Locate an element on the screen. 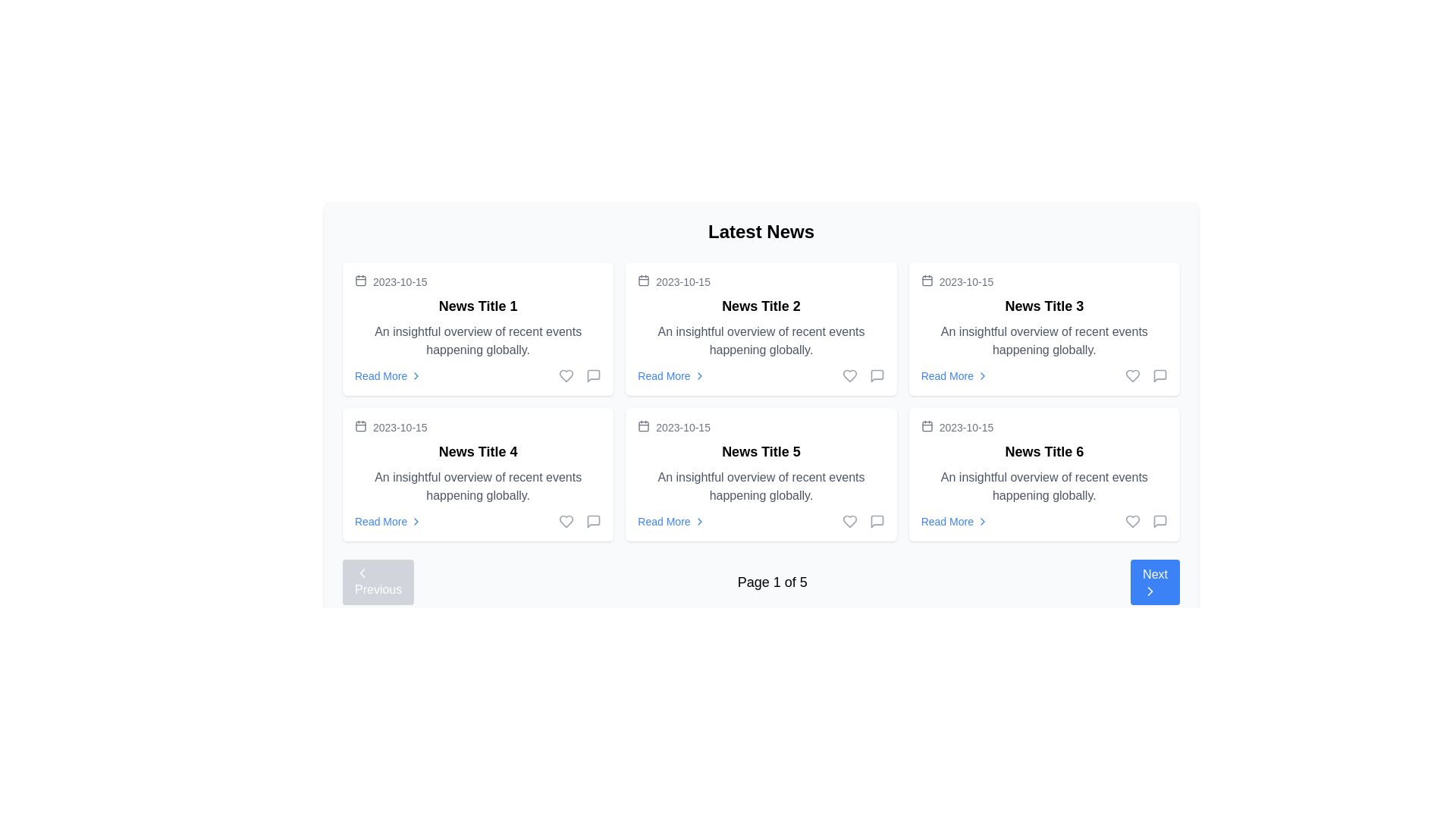 The image size is (1456, 819). the rounded rectangle graphic element inside the calendar icon located under the 'News Title 5' section in the grid layout is located at coordinates (644, 426).